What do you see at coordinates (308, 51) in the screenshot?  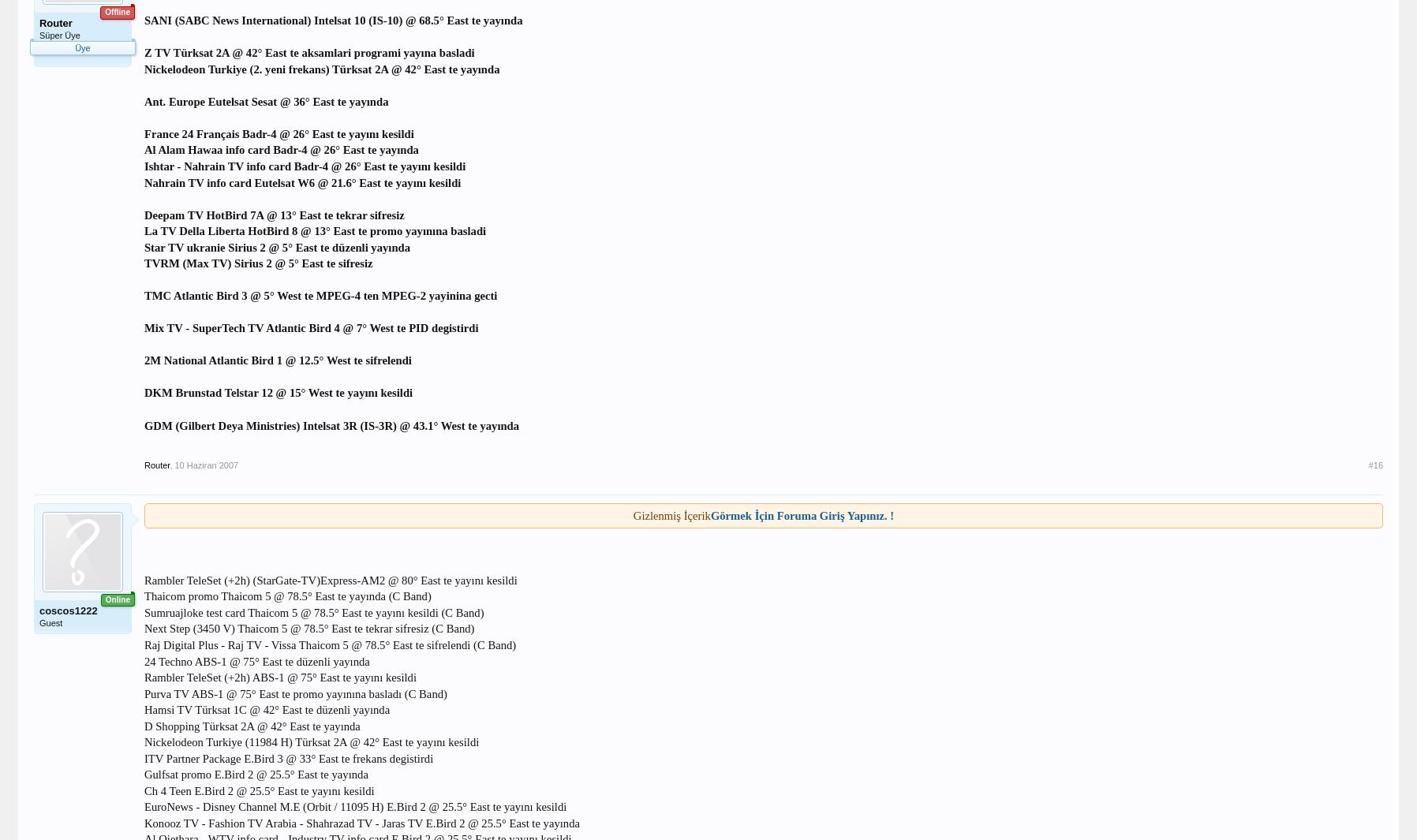 I see `'Z TV Türksat 2A @ 42° East te aksamlari programi yayına basladi'` at bounding box center [308, 51].